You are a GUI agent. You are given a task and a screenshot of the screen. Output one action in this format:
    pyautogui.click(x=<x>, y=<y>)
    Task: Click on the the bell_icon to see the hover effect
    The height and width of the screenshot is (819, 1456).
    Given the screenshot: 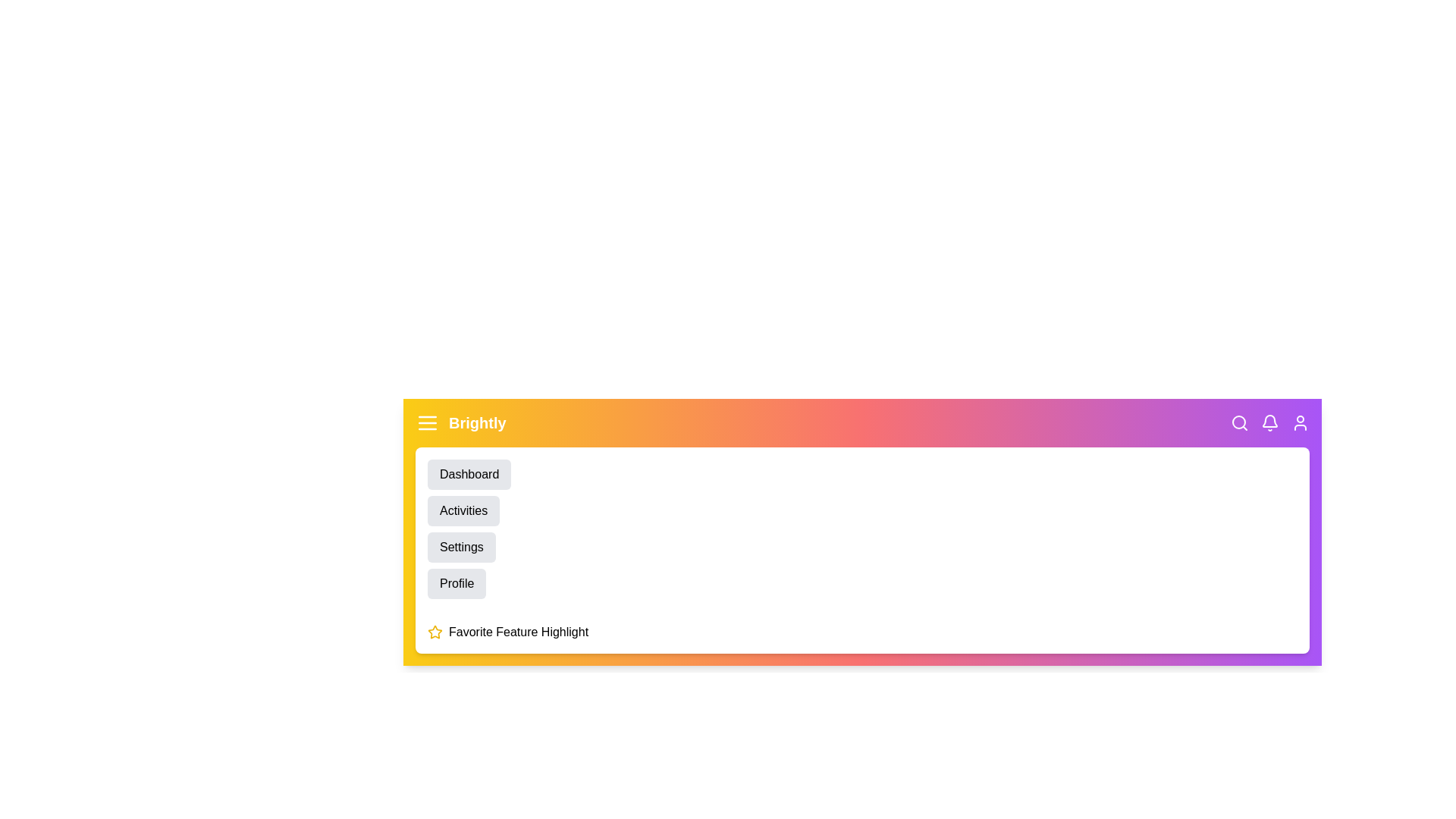 What is the action you would take?
    pyautogui.click(x=1270, y=423)
    